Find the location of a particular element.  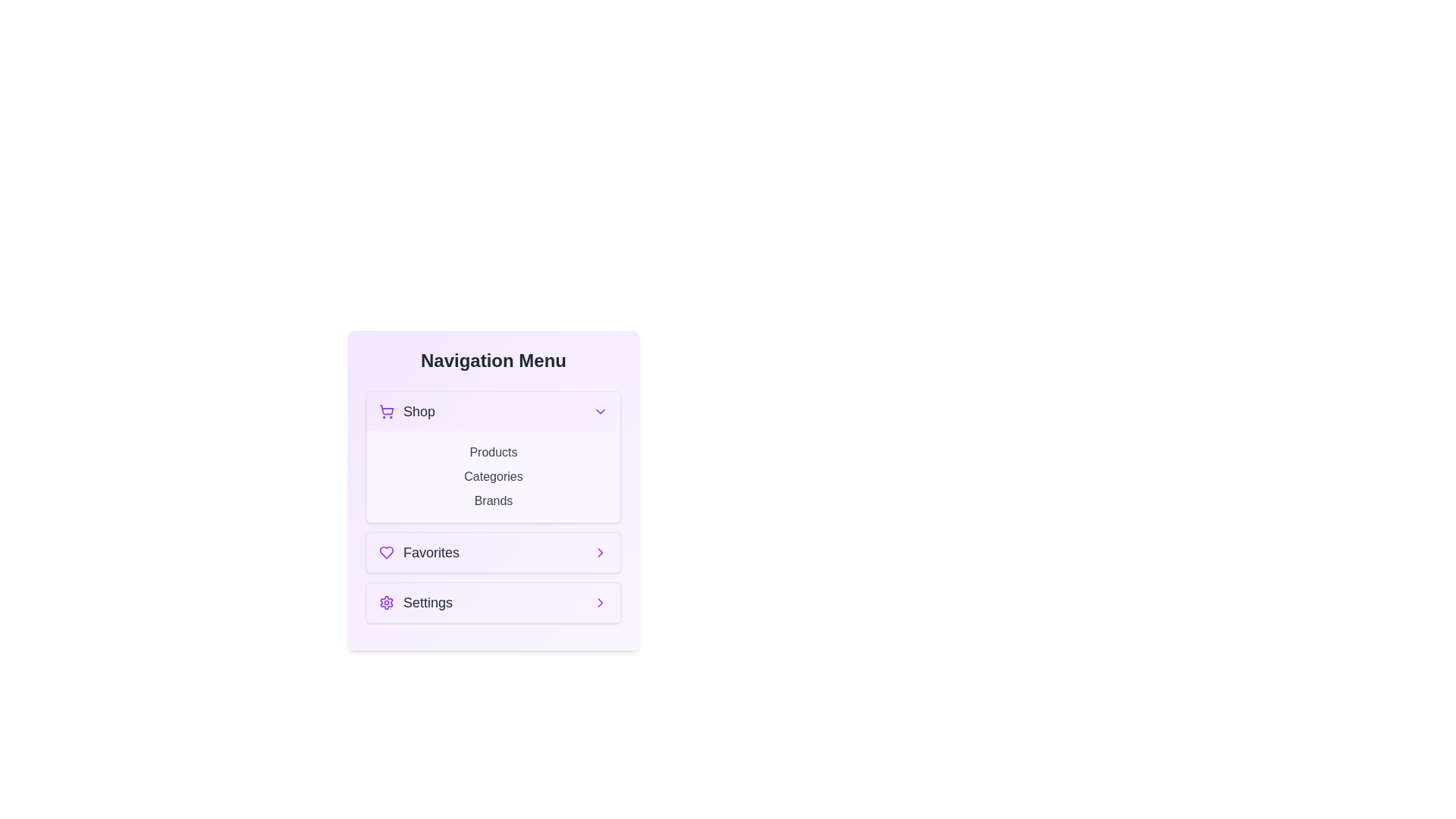

the 'Favorites' icon located to the left of the 'Favorites' label in the navigation menu is located at coordinates (385, 553).